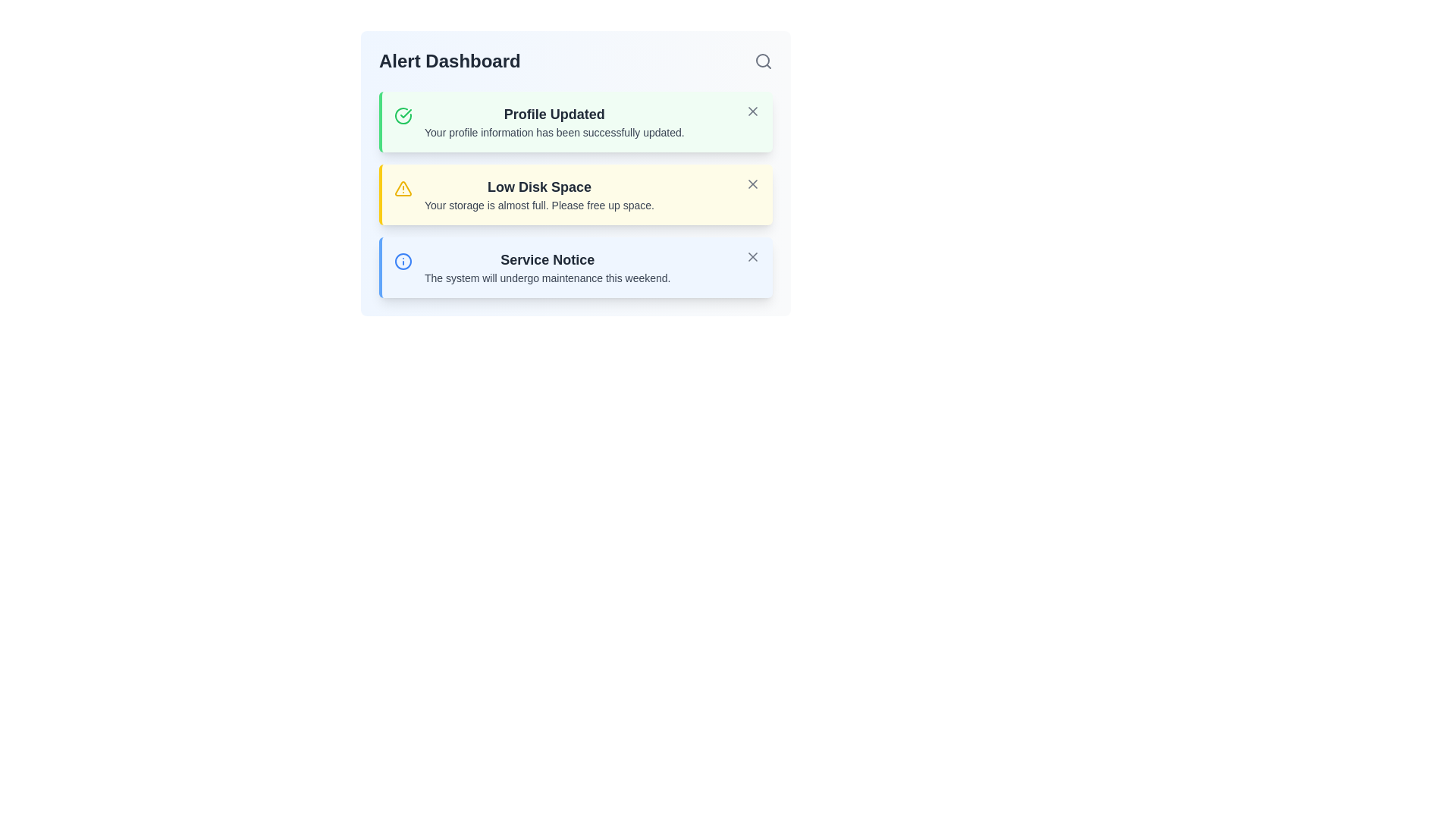  I want to click on the 'X' close button icon in the second alert box labeled 'Low Disk Space', so click(753, 184).